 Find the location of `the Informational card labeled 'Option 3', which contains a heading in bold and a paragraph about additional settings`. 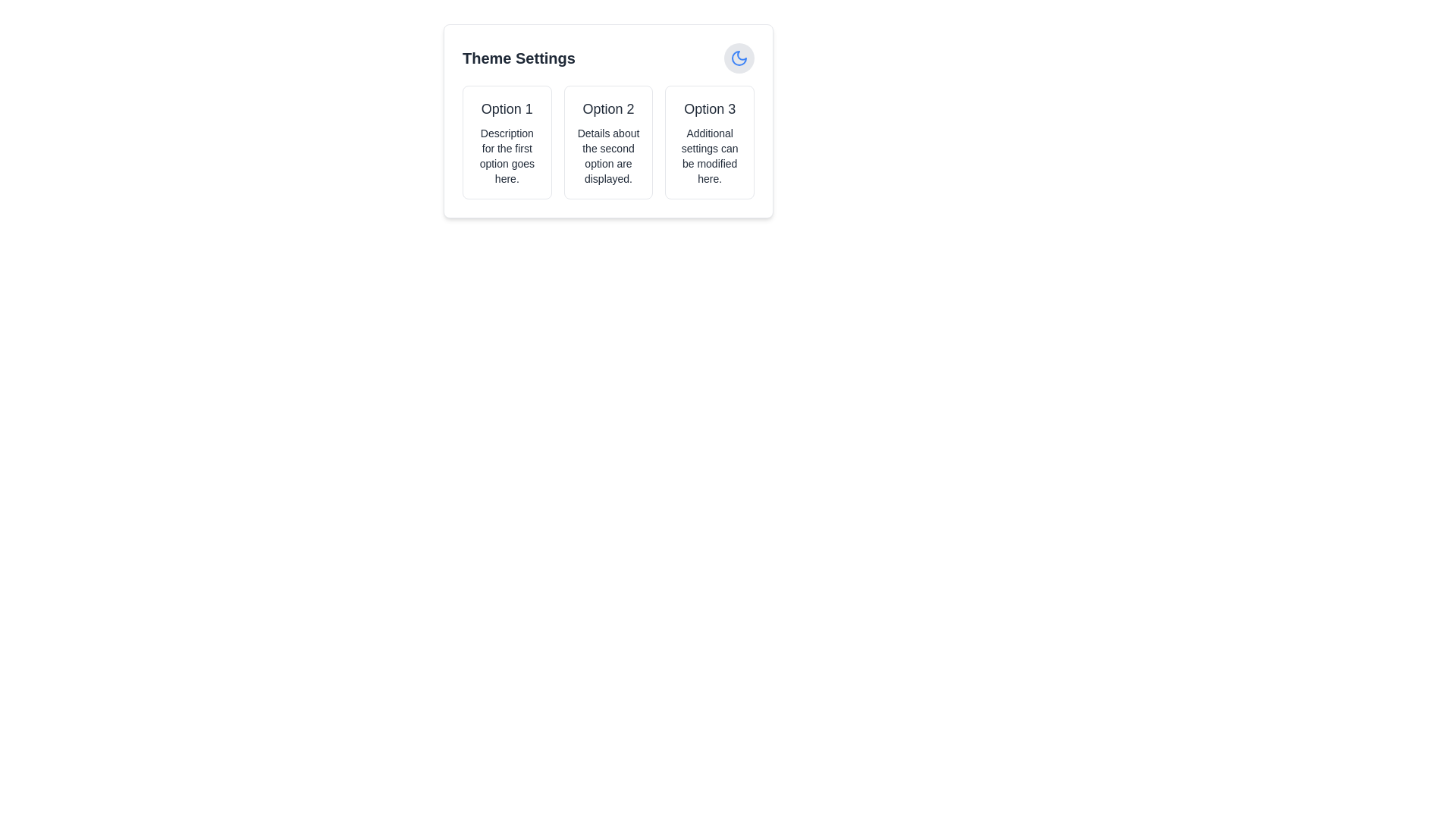

the Informational card labeled 'Option 3', which contains a heading in bold and a paragraph about additional settings is located at coordinates (709, 143).